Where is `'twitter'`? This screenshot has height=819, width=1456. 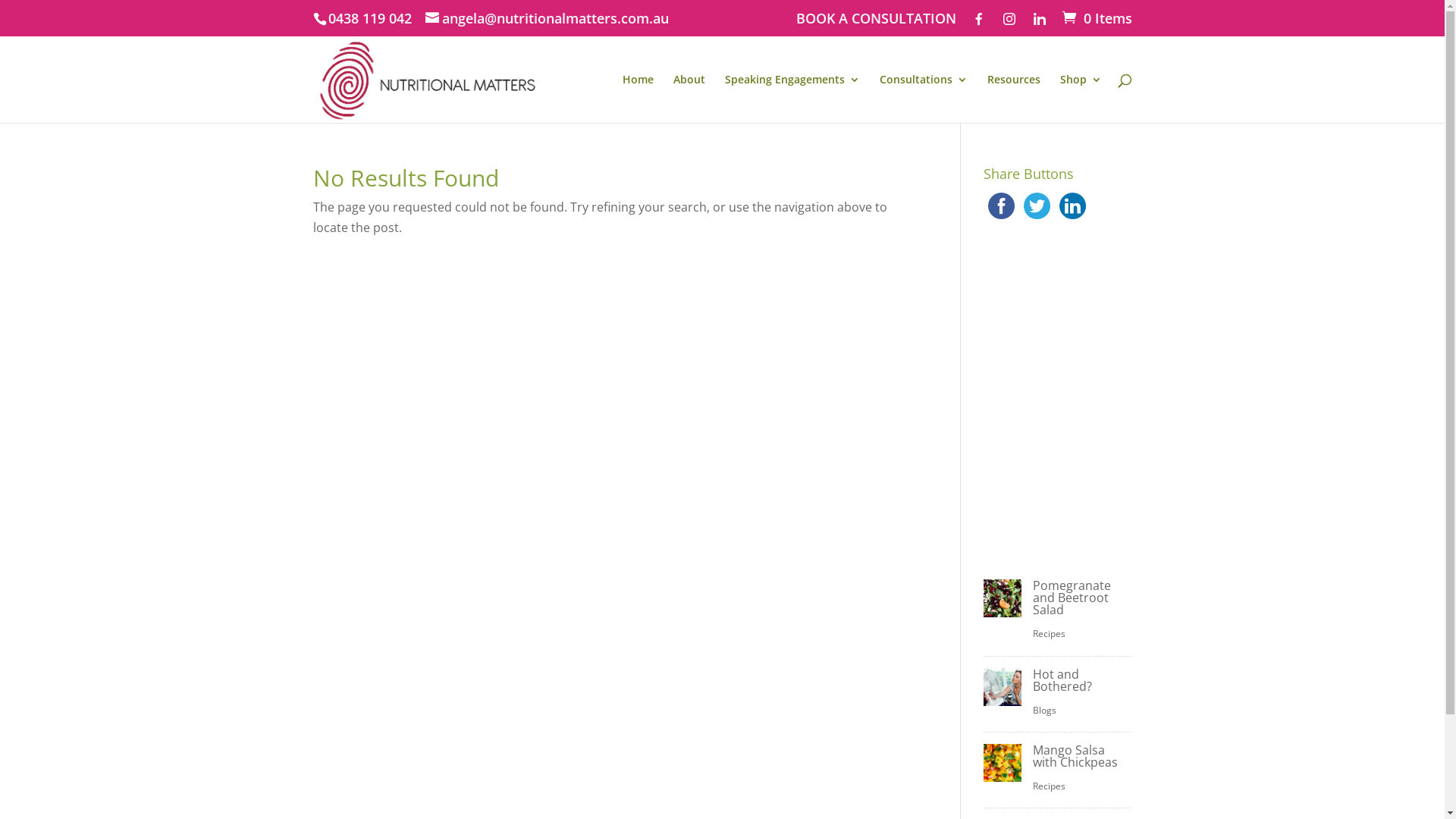
'twitter' is located at coordinates (1036, 206).